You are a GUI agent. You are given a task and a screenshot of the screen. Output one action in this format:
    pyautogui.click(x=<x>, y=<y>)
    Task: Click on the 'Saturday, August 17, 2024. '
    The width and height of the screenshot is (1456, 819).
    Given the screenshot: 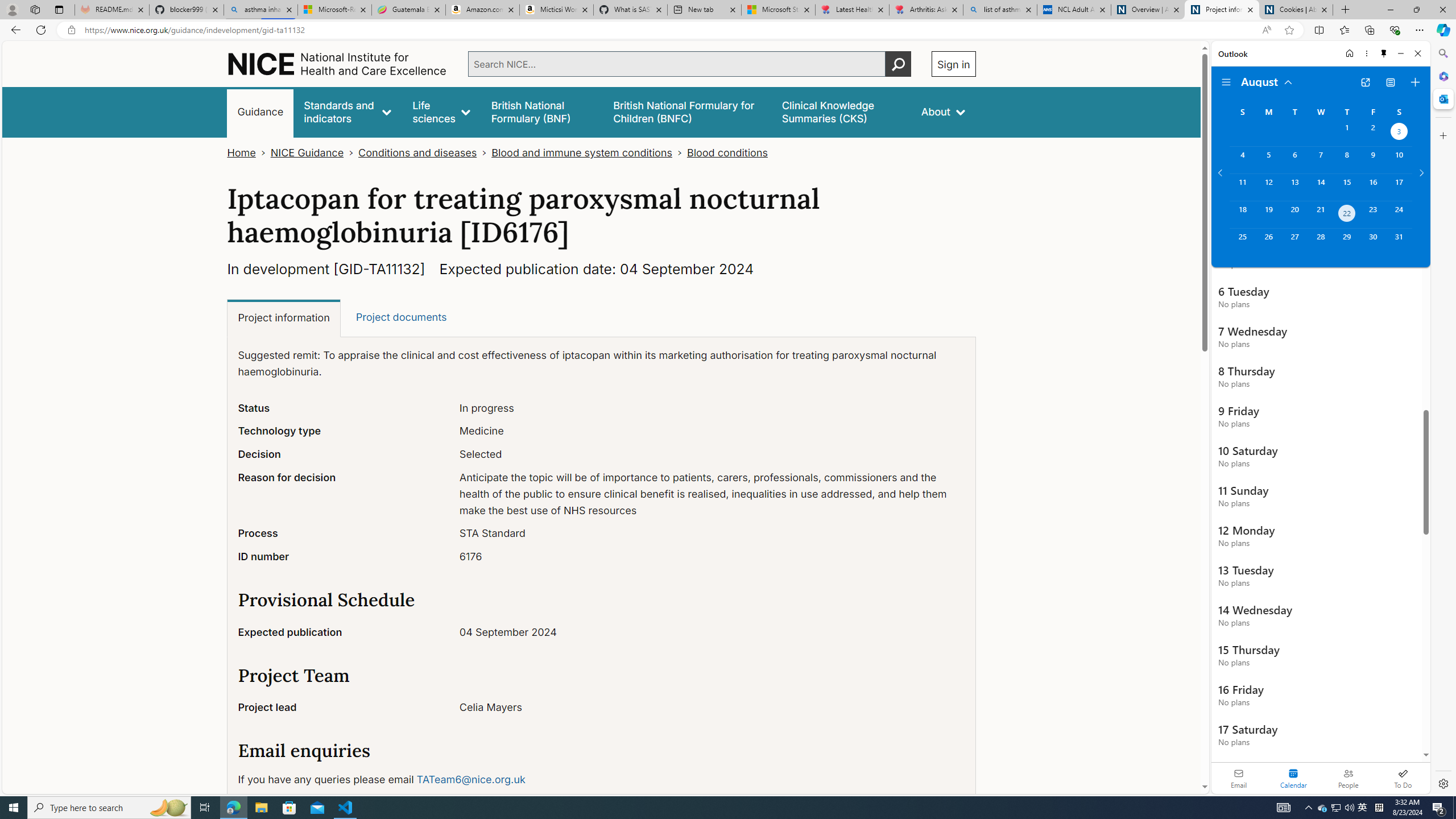 What is the action you would take?
    pyautogui.click(x=1399, y=187)
    